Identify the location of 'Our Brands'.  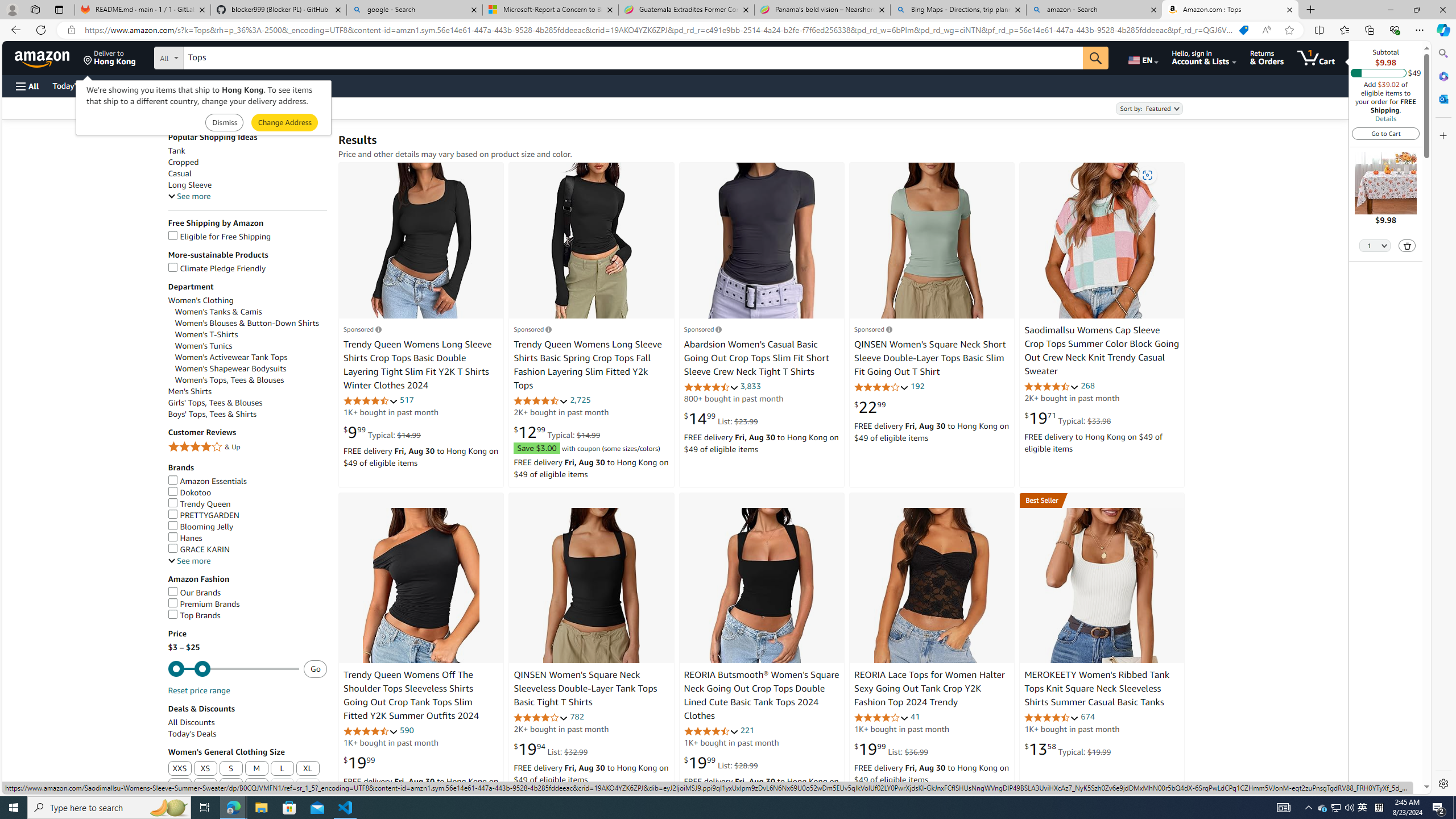
(194, 592).